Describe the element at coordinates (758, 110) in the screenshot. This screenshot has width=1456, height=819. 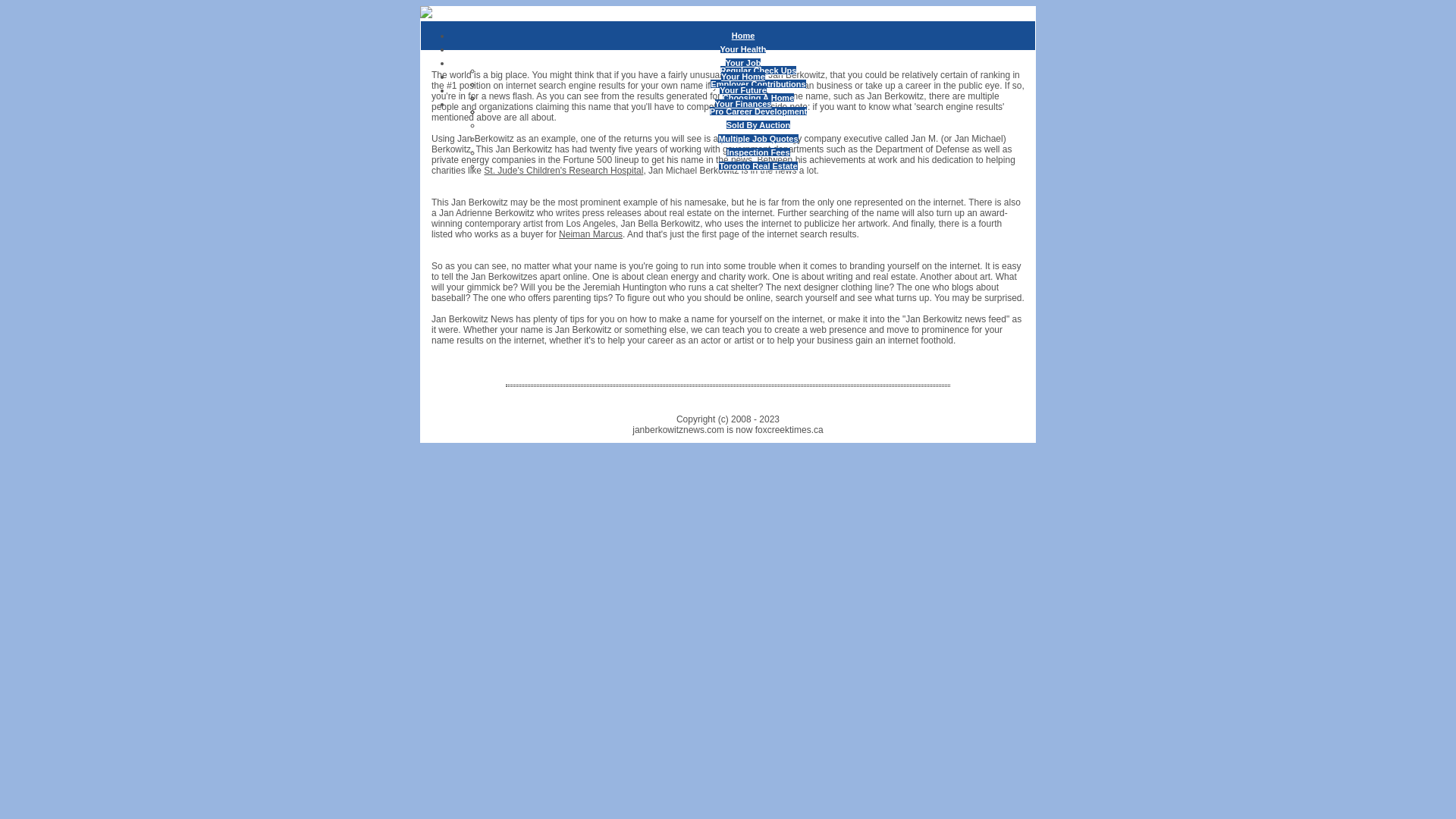
I see `'Protect What Is Yours'` at that location.